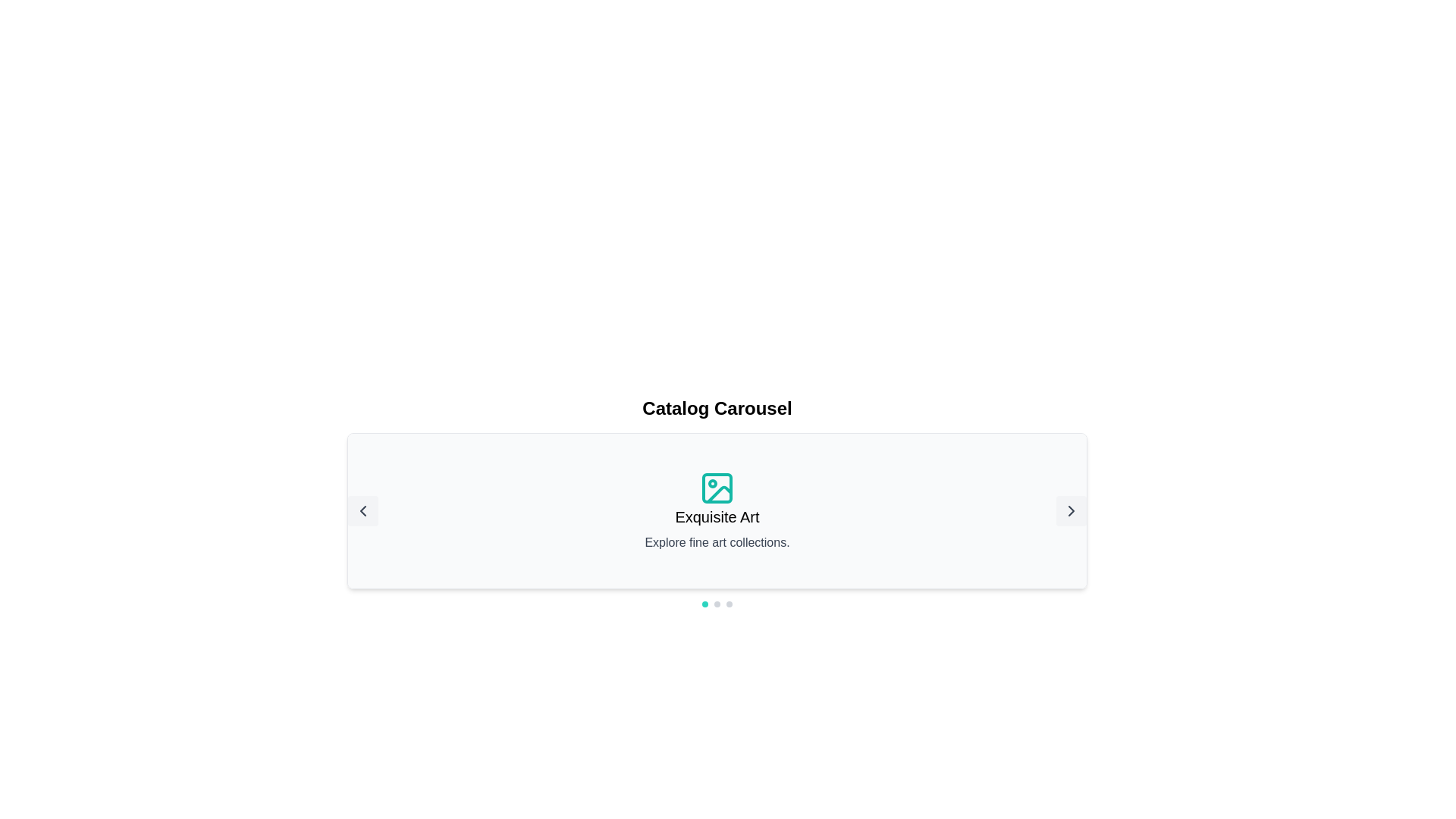 This screenshot has height=819, width=1456. What do you see at coordinates (1070, 511) in the screenshot?
I see `the right navigation button of the carousel component` at bounding box center [1070, 511].